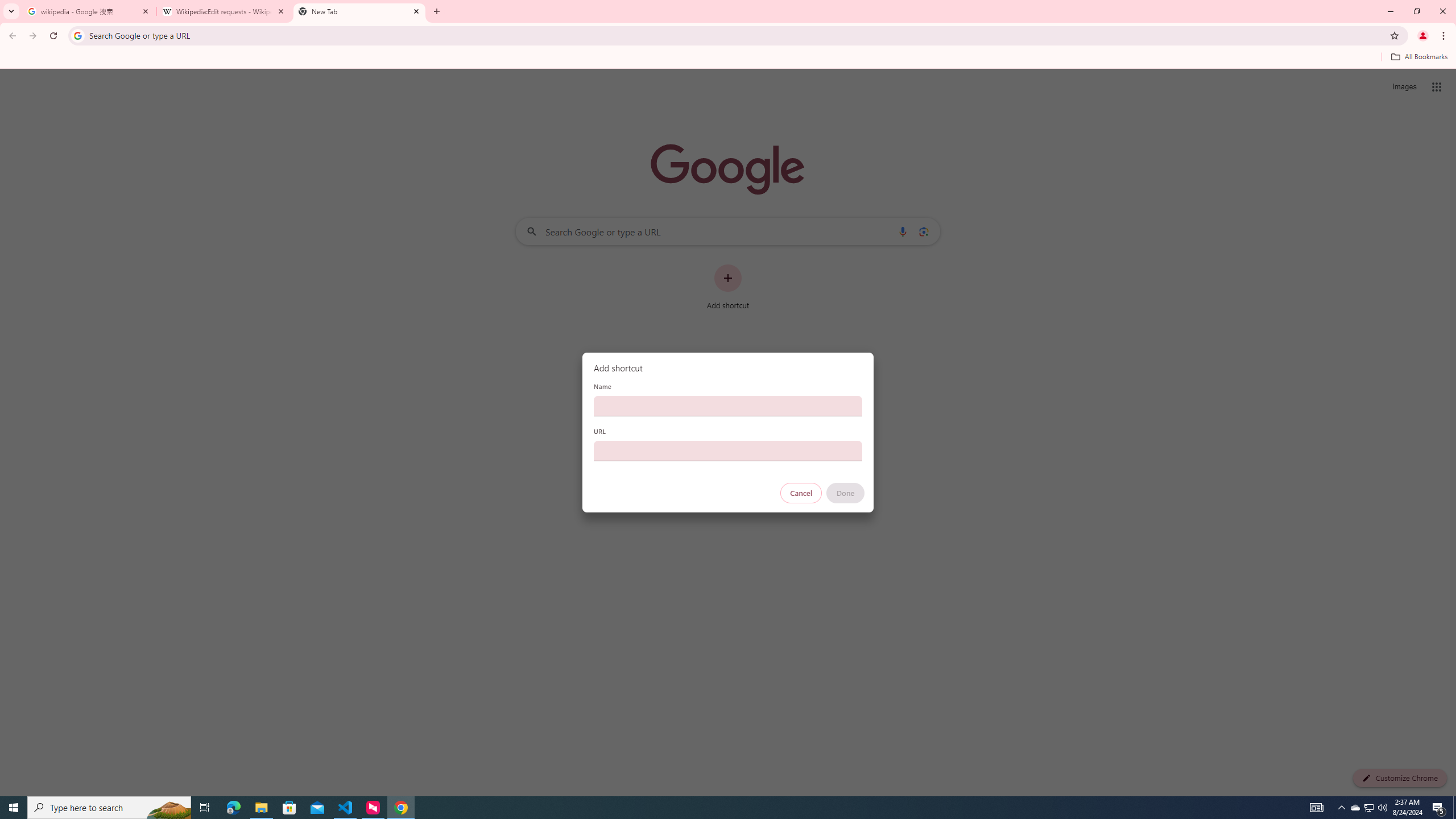  What do you see at coordinates (801, 493) in the screenshot?
I see `'Cancel'` at bounding box center [801, 493].